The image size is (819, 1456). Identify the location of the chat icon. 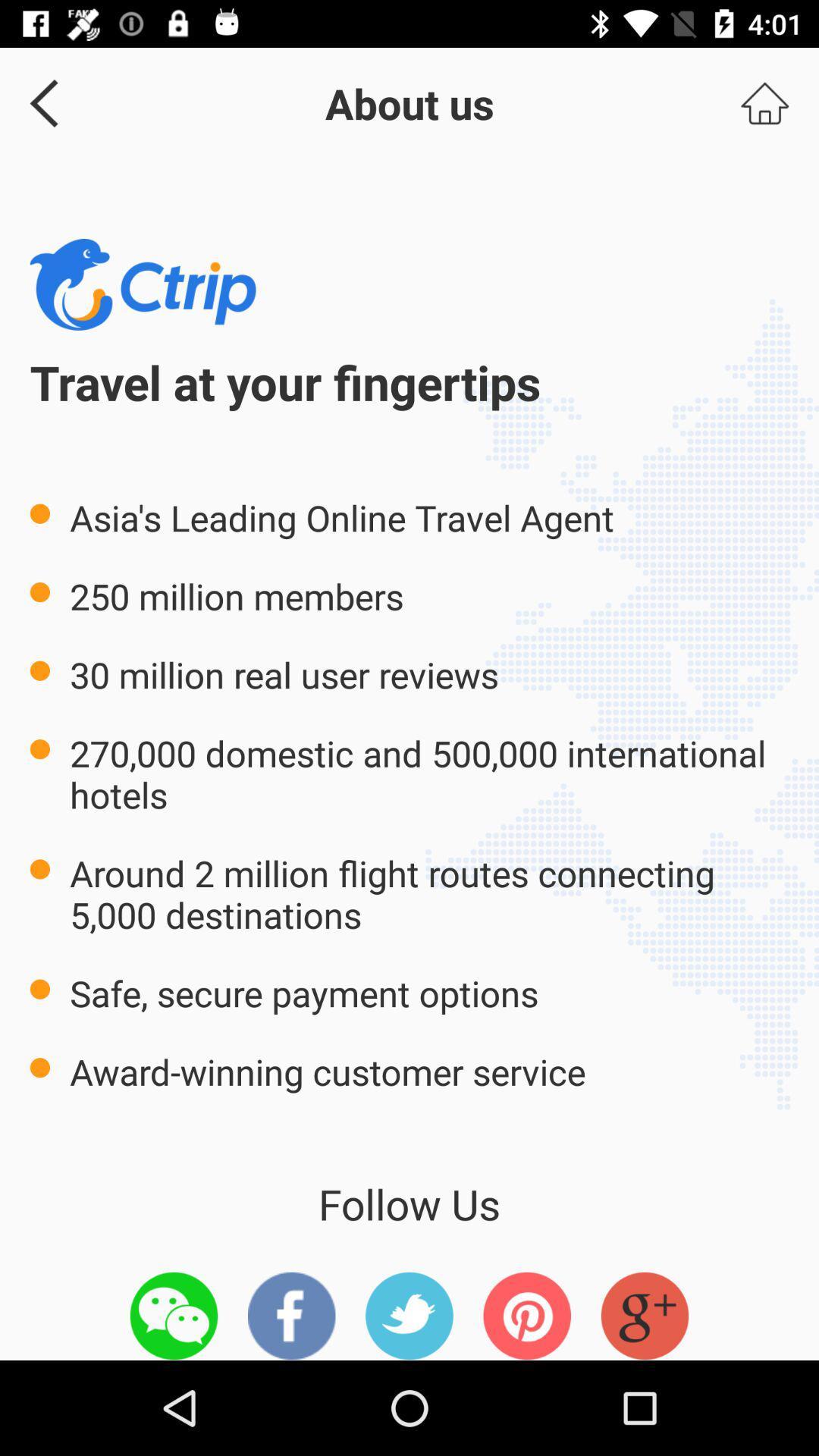
(173, 1315).